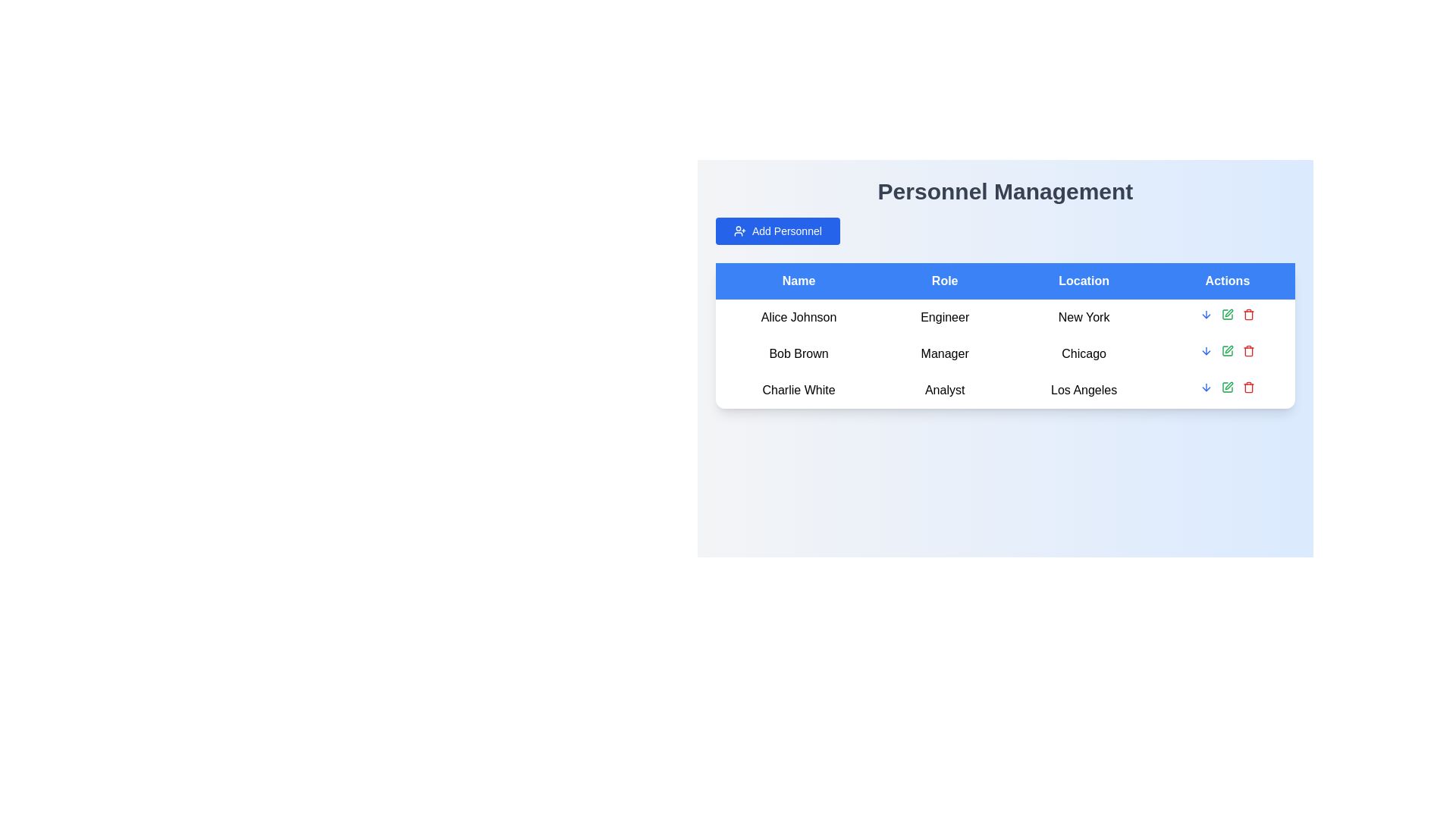 This screenshot has width=1456, height=819. What do you see at coordinates (1228, 350) in the screenshot?
I see `the pen icon representing the edit functionality for 'Bob Brown, Manager, Chicago'` at bounding box center [1228, 350].